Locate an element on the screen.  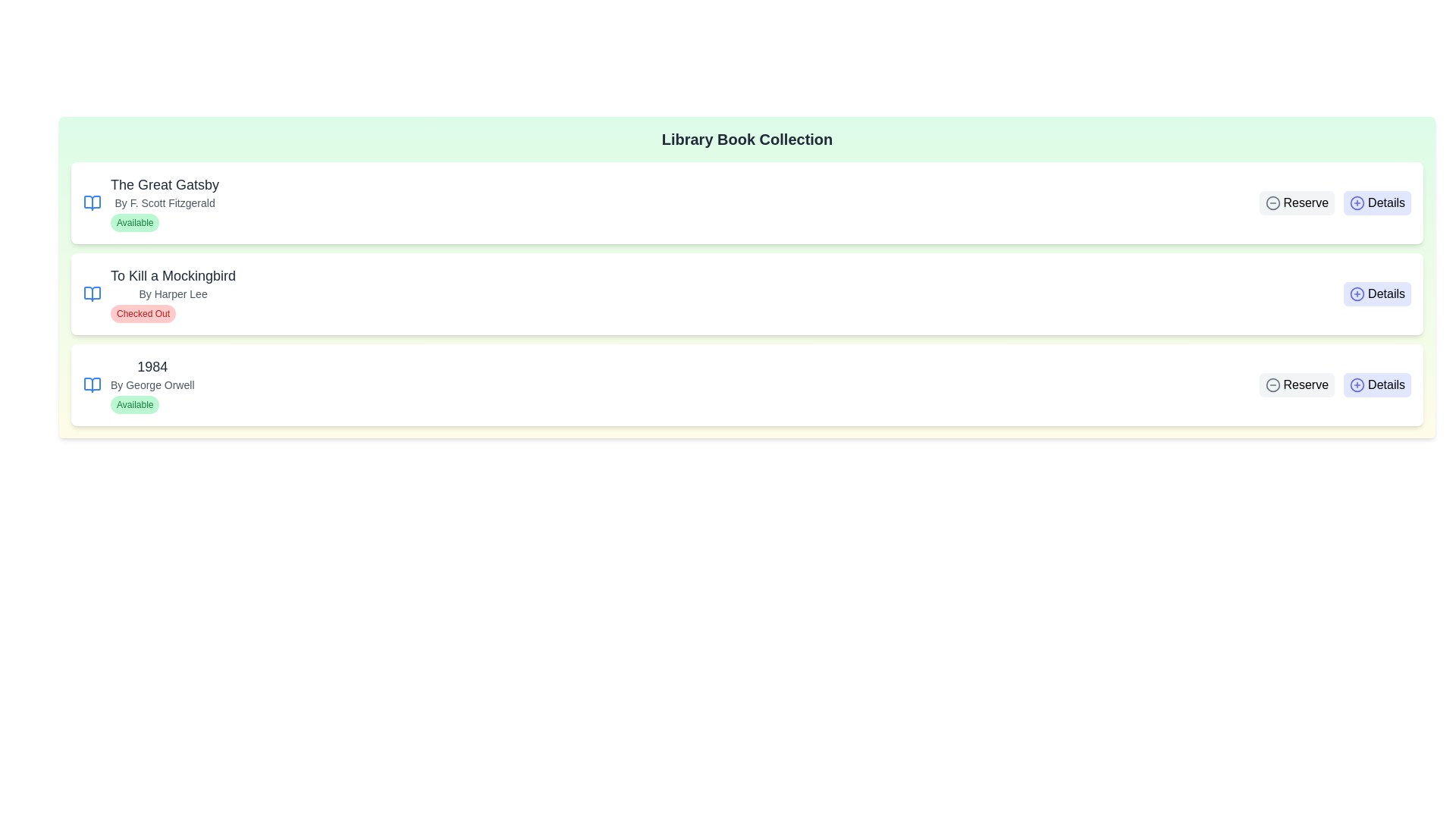
the 'Details' button for the book titled 1984 is located at coordinates (1376, 384).